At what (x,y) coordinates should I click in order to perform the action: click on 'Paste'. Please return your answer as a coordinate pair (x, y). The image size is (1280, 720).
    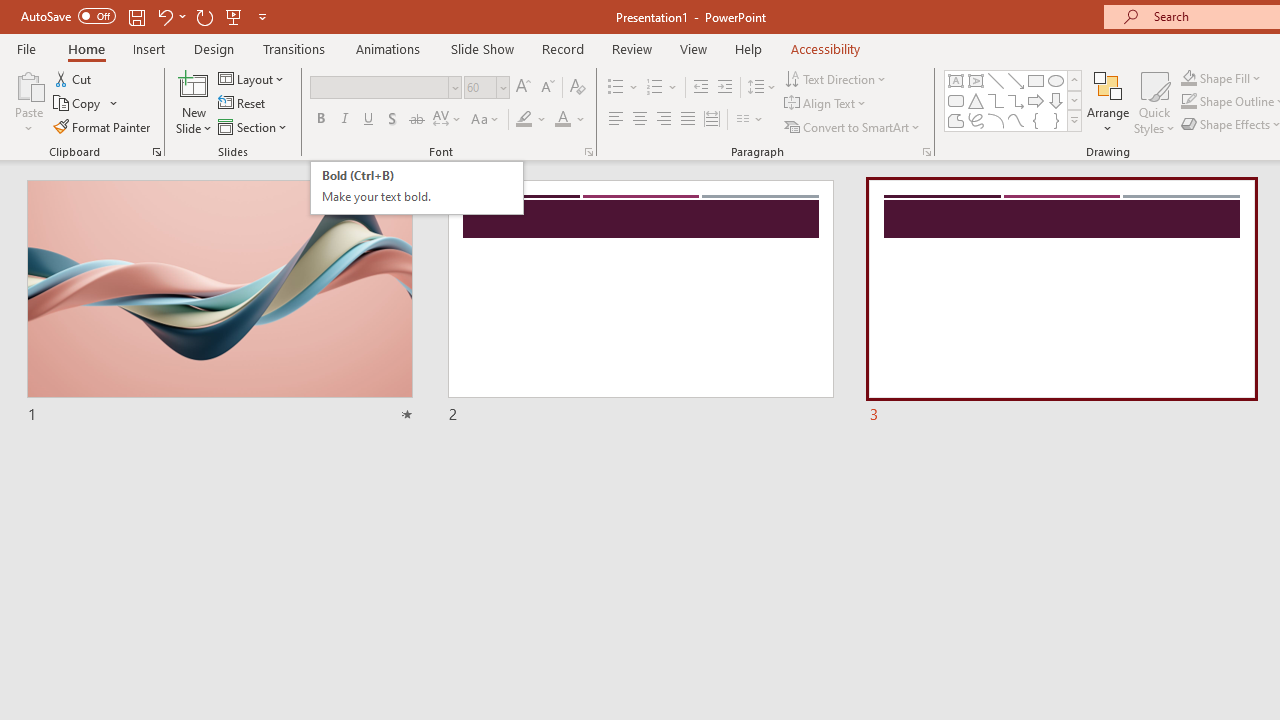
    Looking at the image, I should click on (28, 84).